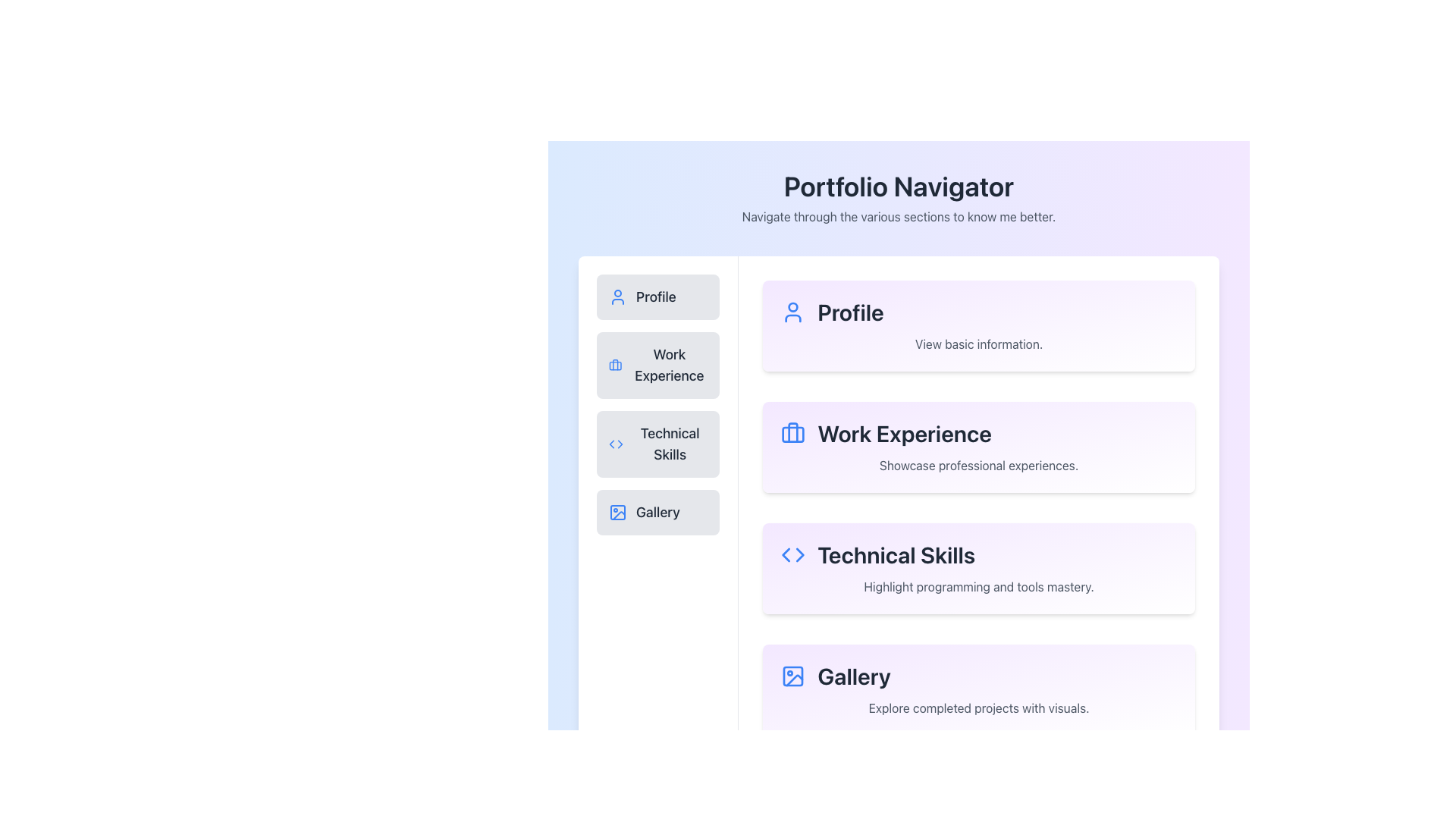 The width and height of the screenshot is (1456, 819). What do you see at coordinates (792, 555) in the screenshot?
I see `the coding skills icon located to the left of the text 'Technical Skills'` at bounding box center [792, 555].